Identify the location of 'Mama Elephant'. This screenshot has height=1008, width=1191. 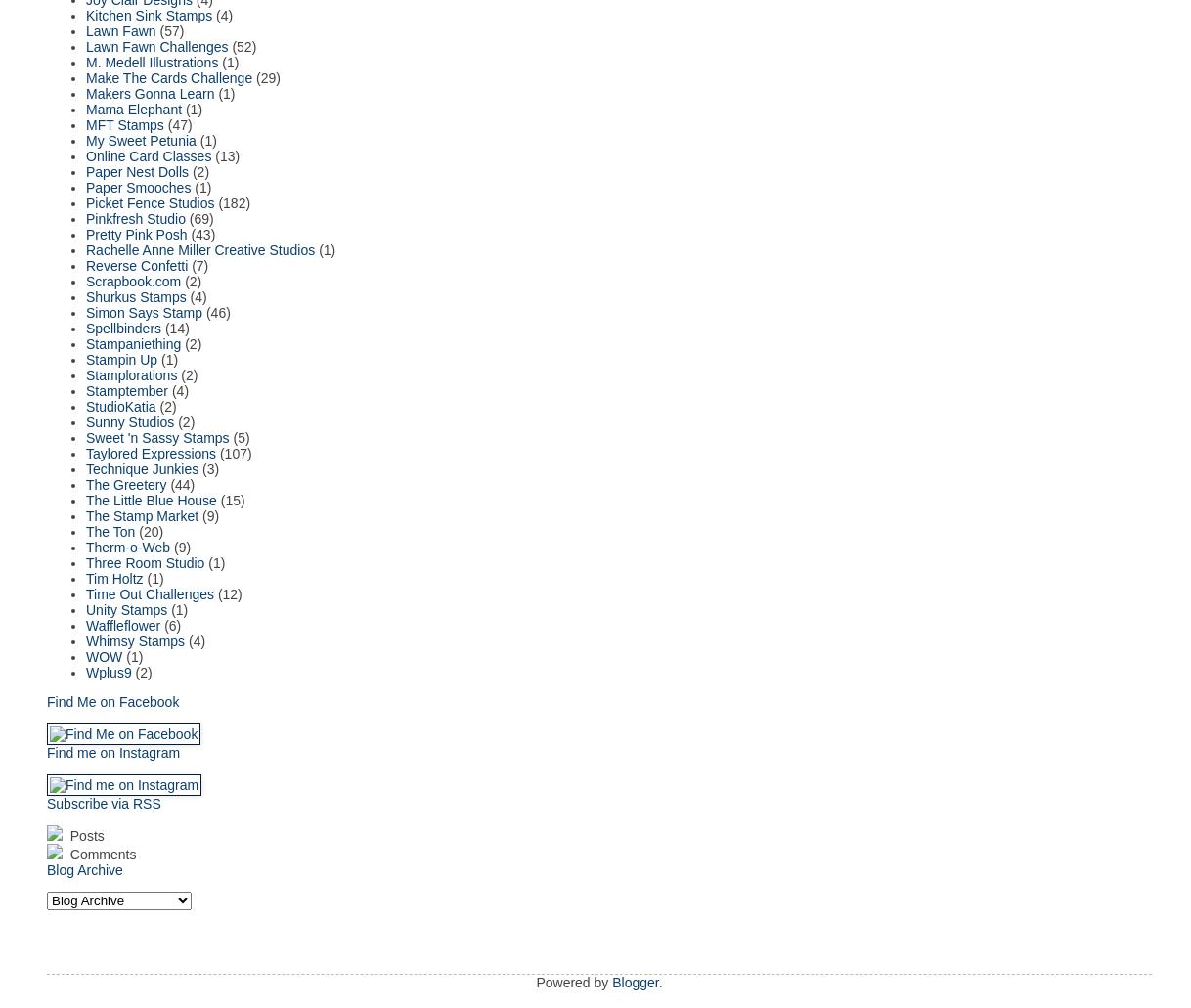
(85, 108).